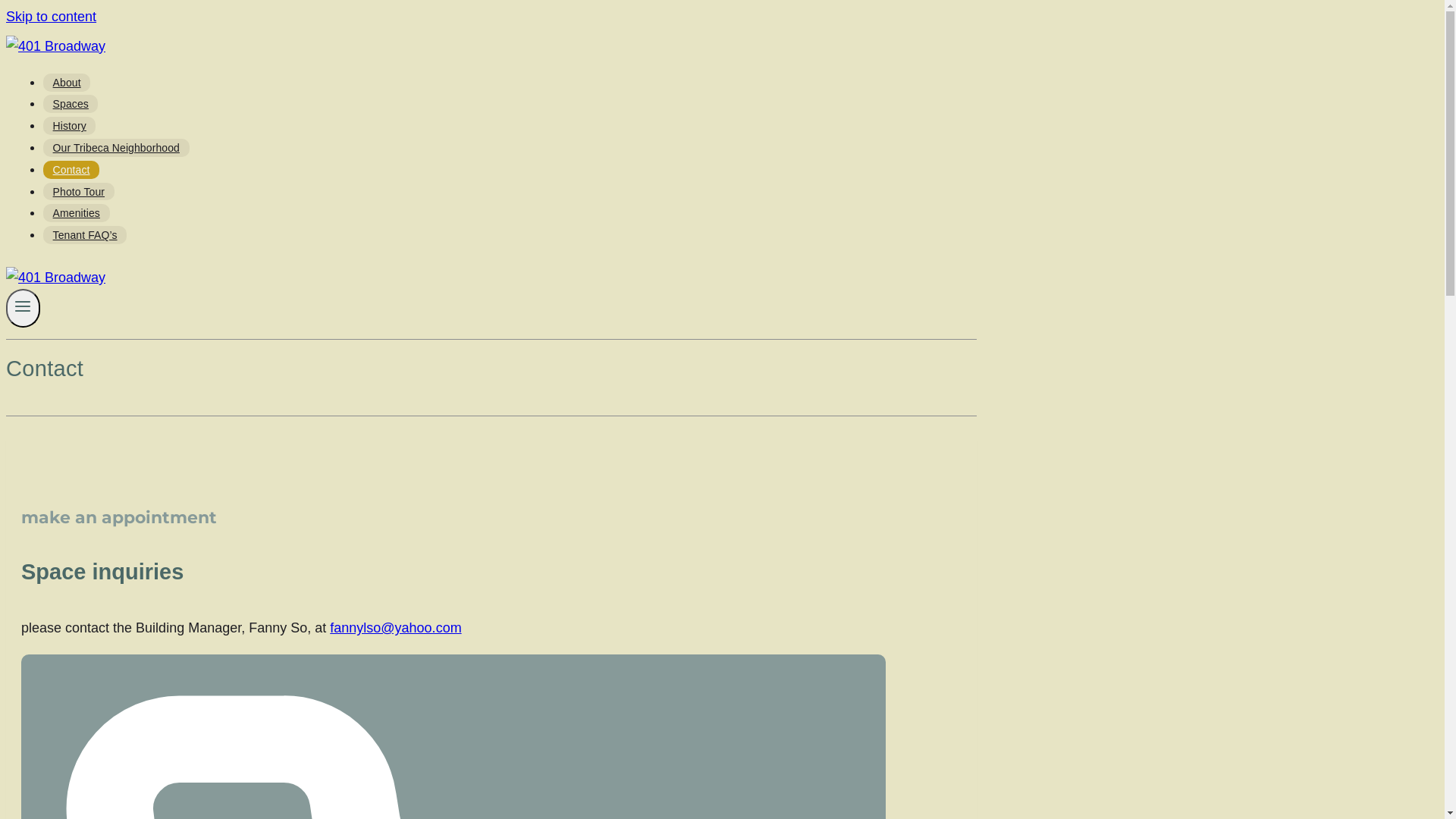  Describe the element at coordinates (115, 148) in the screenshot. I see `'Our Tribeca Neighborhood'` at that location.